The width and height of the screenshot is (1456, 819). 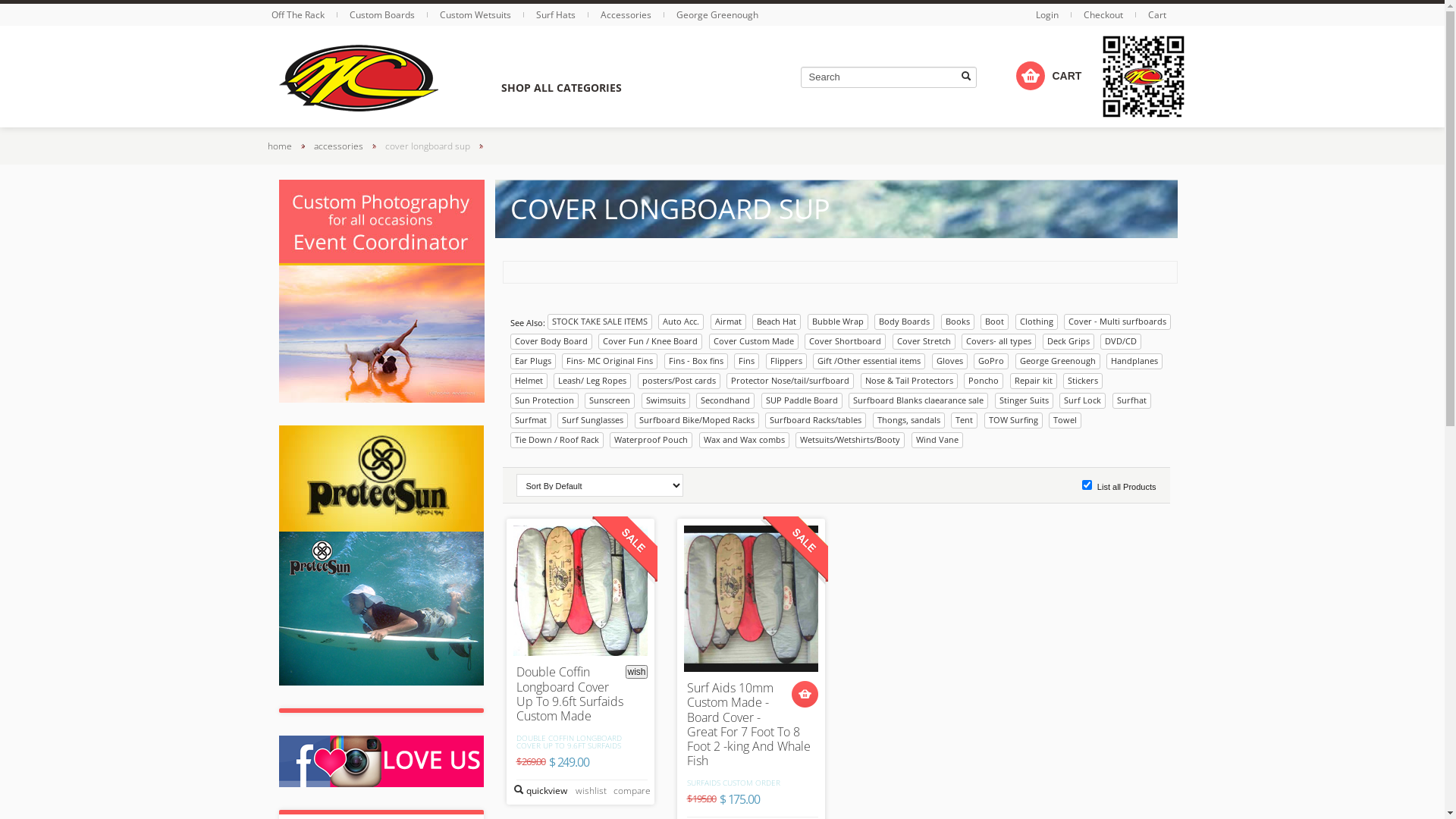 What do you see at coordinates (271, 14) in the screenshot?
I see `'Off The Rack'` at bounding box center [271, 14].